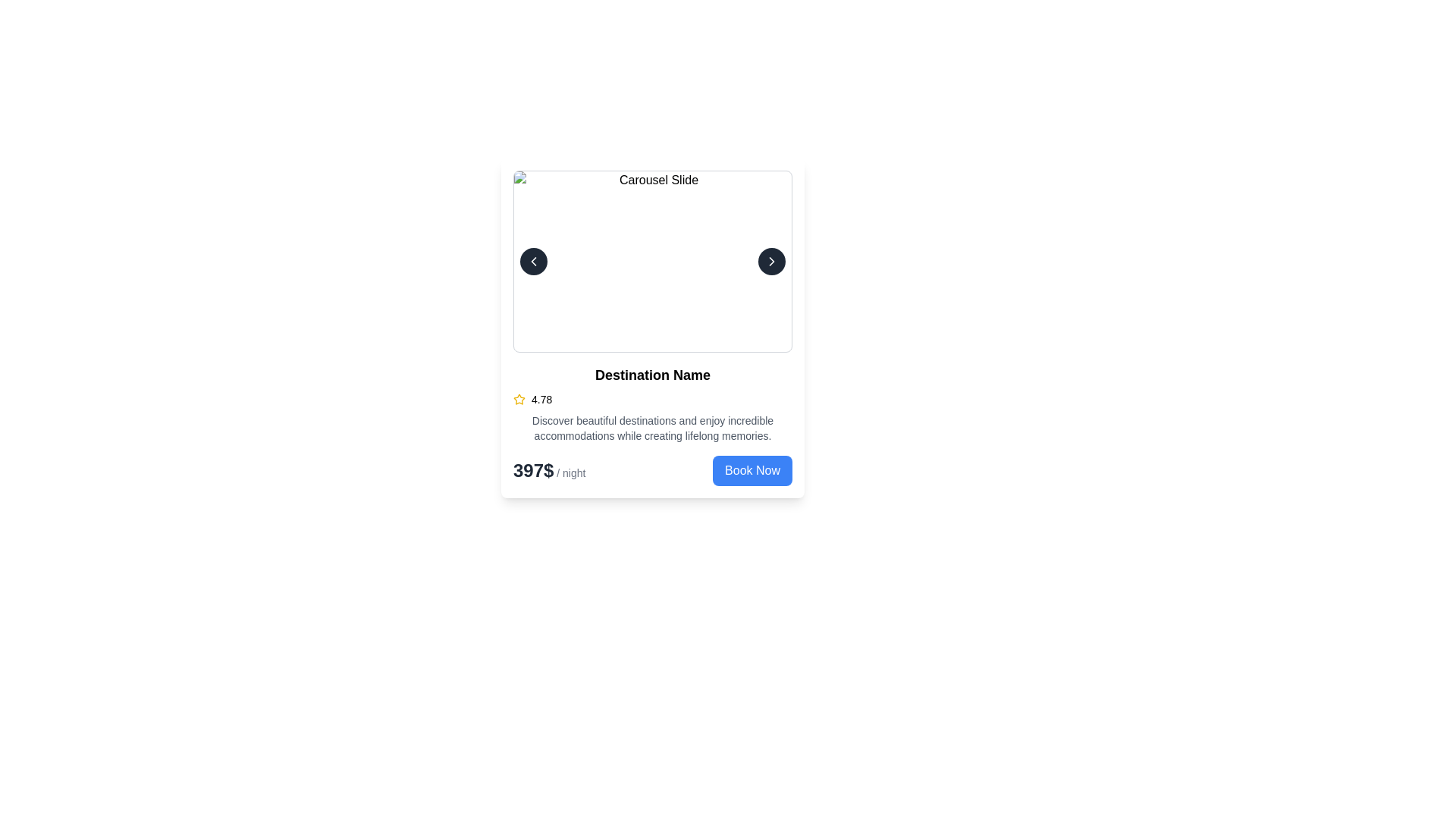 The width and height of the screenshot is (1456, 819). Describe the element at coordinates (771, 260) in the screenshot. I see `the right-pointing arrow icon, which is white and located inside a circular black button on the right side of the carousel slide area, to receive feedback` at that location.